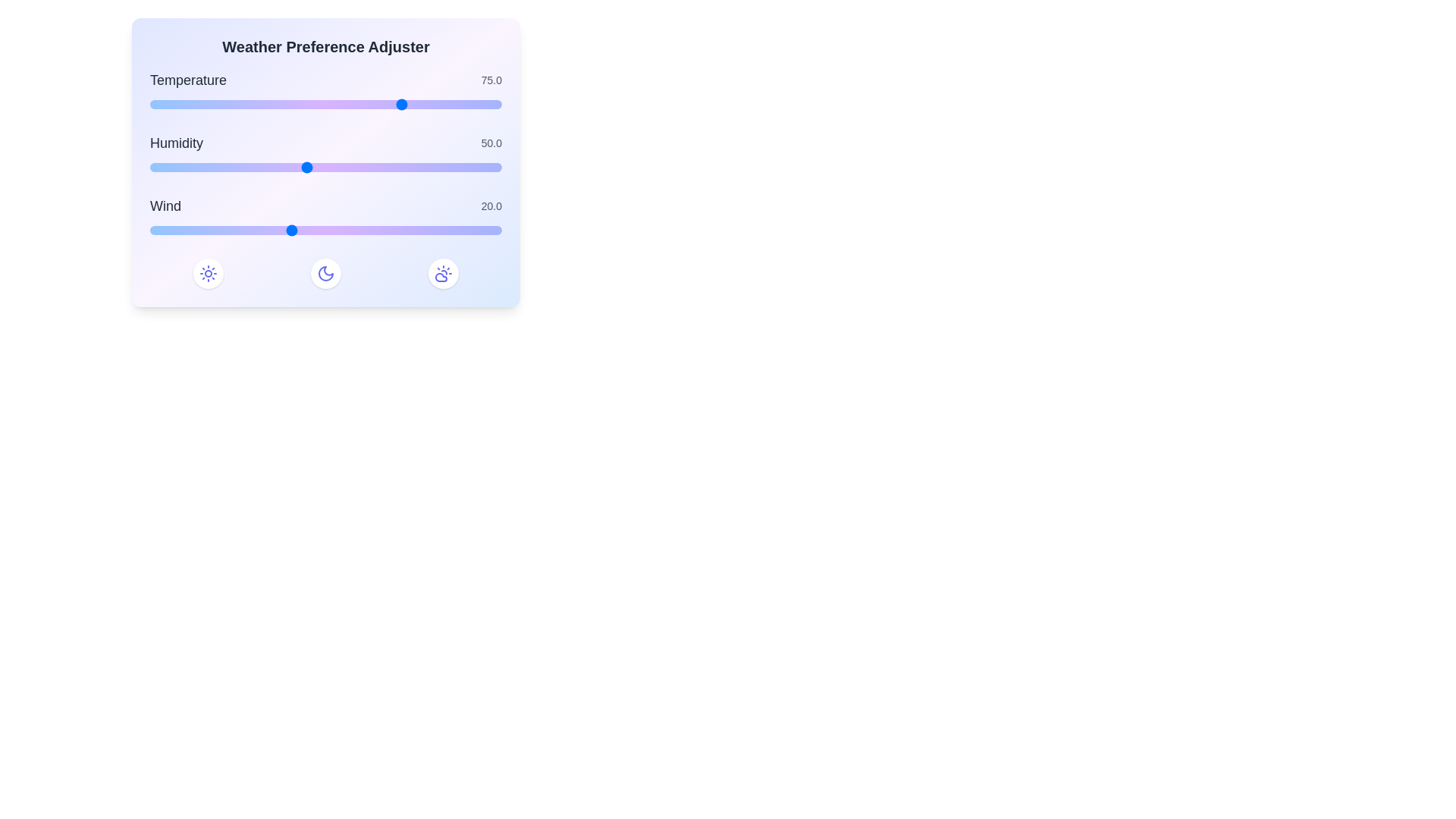  I want to click on the read-only text label displaying the current value of the Wind preference setting, which shows '20.0' and is positioned to the right of the label 'Wind', so click(491, 206).